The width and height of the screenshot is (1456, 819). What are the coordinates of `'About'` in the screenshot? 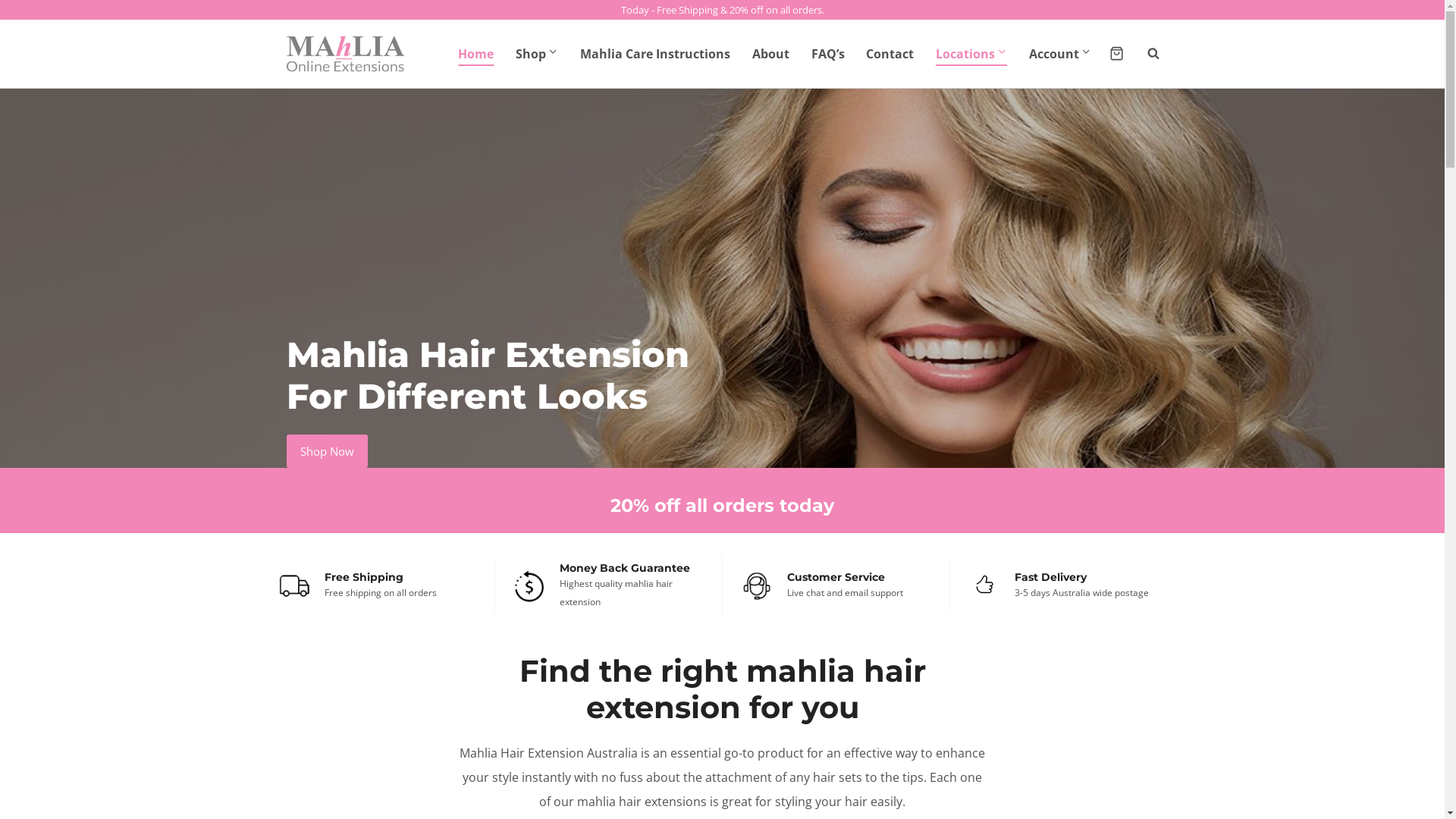 It's located at (770, 52).